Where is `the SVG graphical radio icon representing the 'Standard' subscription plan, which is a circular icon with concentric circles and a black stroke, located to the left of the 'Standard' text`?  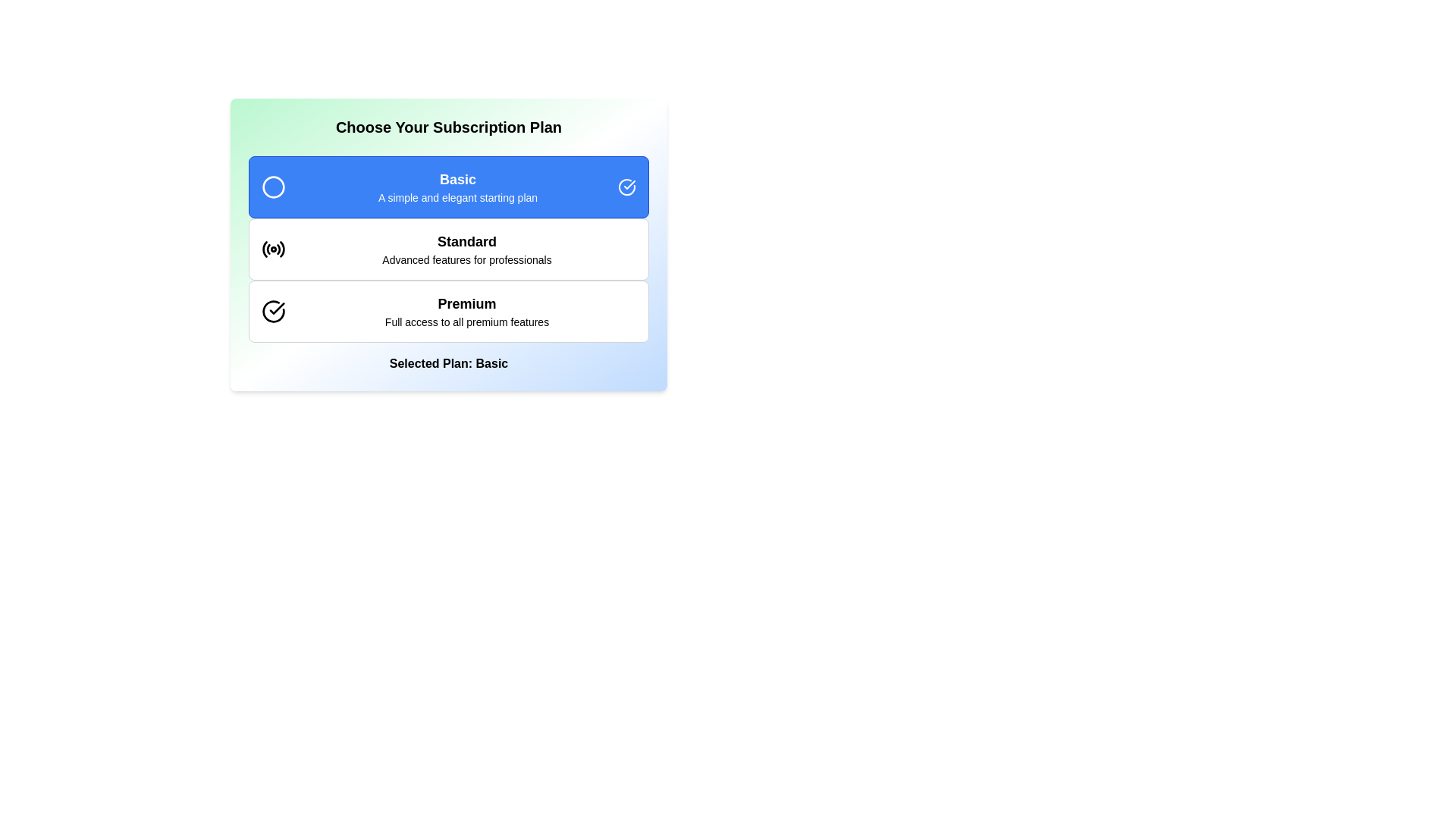
the SVG graphical radio icon representing the 'Standard' subscription plan, which is a circular icon with concentric circles and a black stroke, located to the left of the 'Standard' text is located at coordinates (273, 248).